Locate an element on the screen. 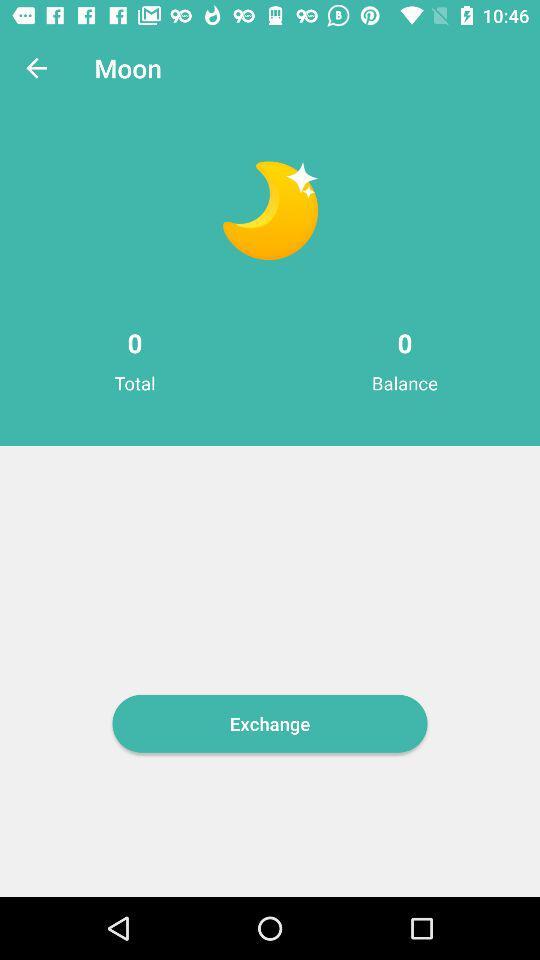 The height and width of the screenshot is (960, 540). exchange is located at coordinates (270, 722).